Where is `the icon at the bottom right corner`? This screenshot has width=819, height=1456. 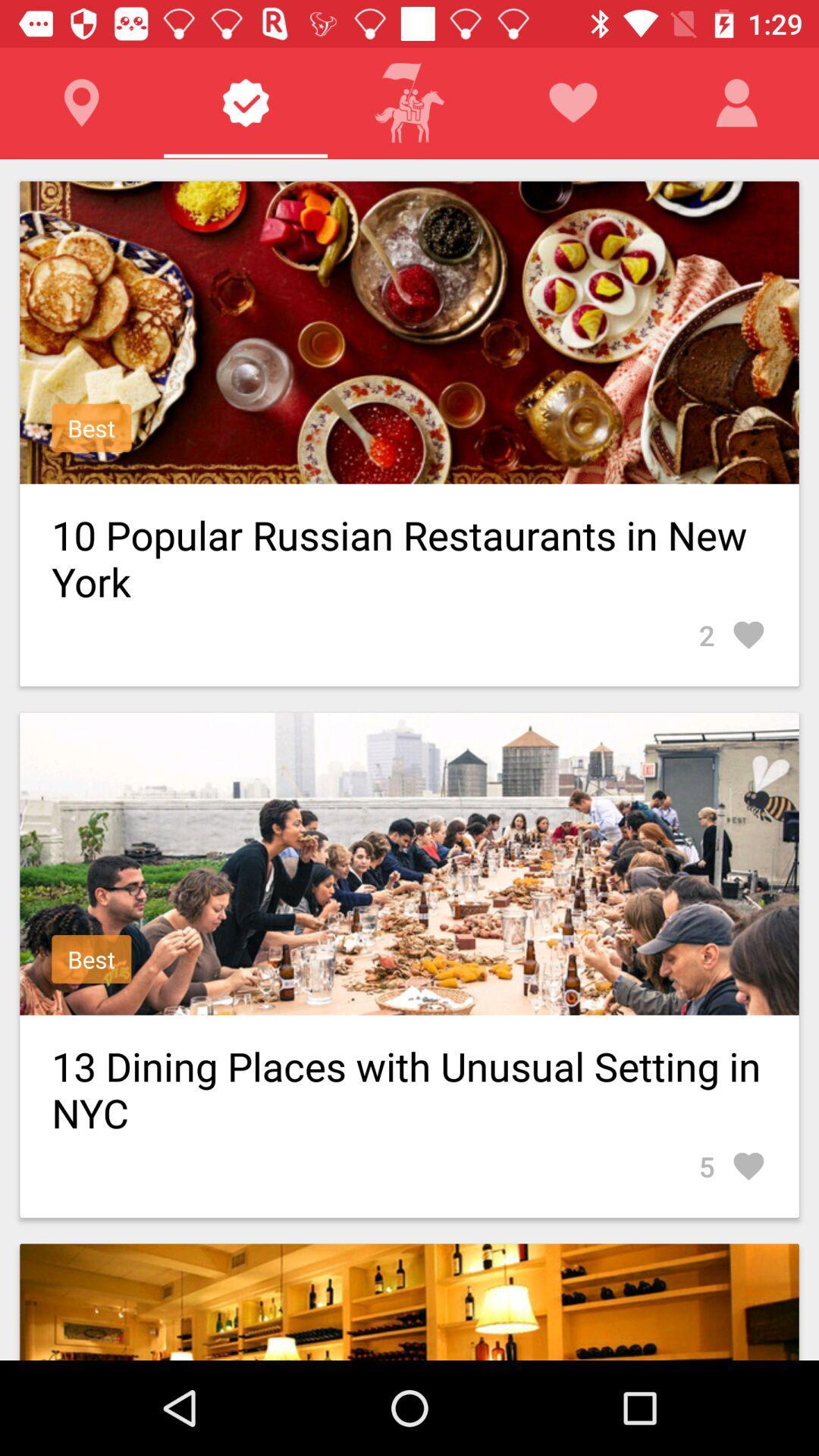 the icon at the bottom right corner is located at coordinates (732, 1166).